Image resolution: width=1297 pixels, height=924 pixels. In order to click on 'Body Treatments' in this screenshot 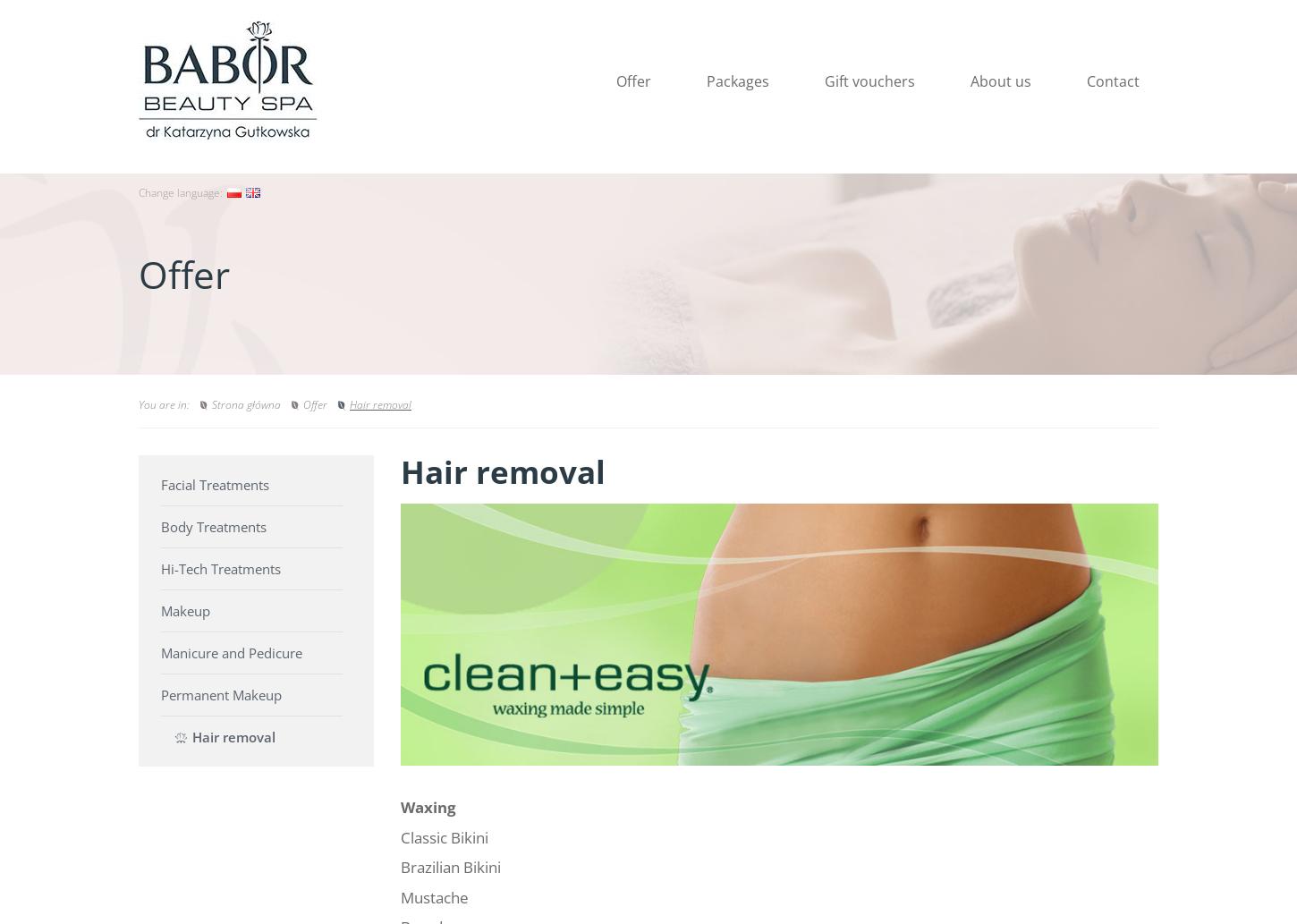, I will do `click(212, 526)`.